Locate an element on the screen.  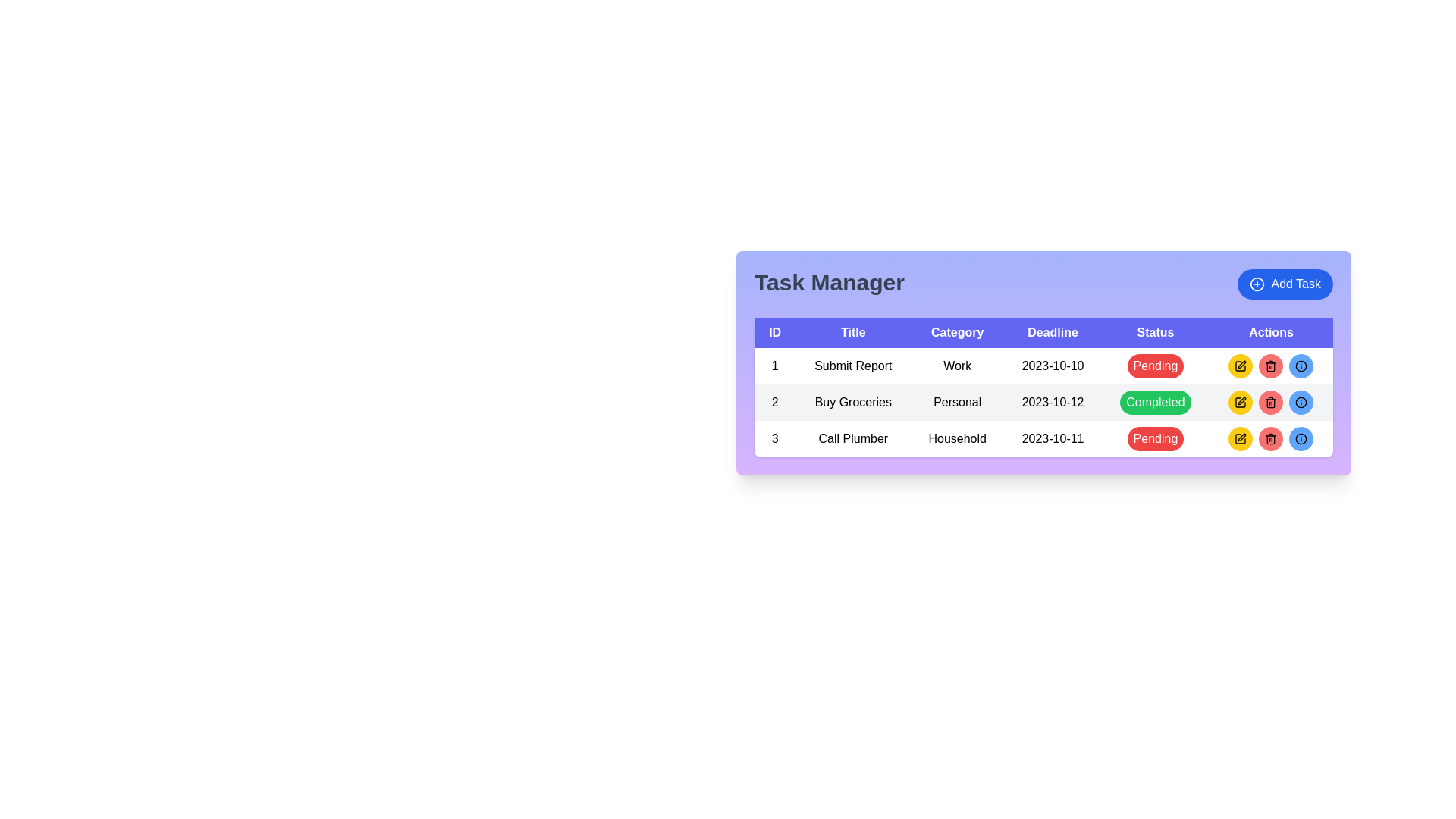
the circular information icon located in the 'Actions' column of the third row in the task table is located at coordinates (1301, 438).